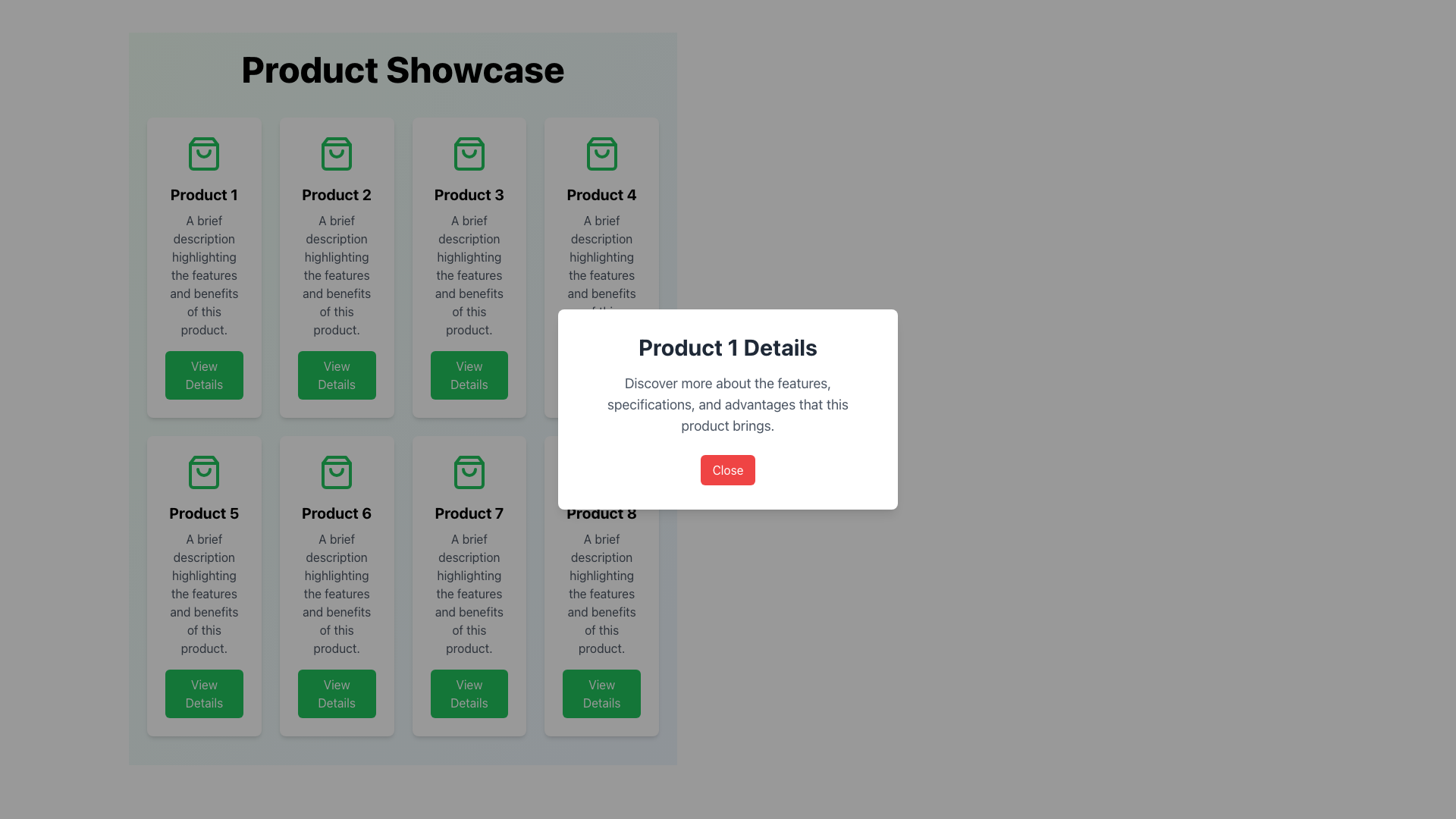 The height and width of the screenshot is (819, 1456). Describe the element at coordinates (336, 593) in the screenshot. I see `the text element that provides a brief description of the product's features and benefits, located beneath the title 'Product 6' and above the 'View Details' button` at that location.